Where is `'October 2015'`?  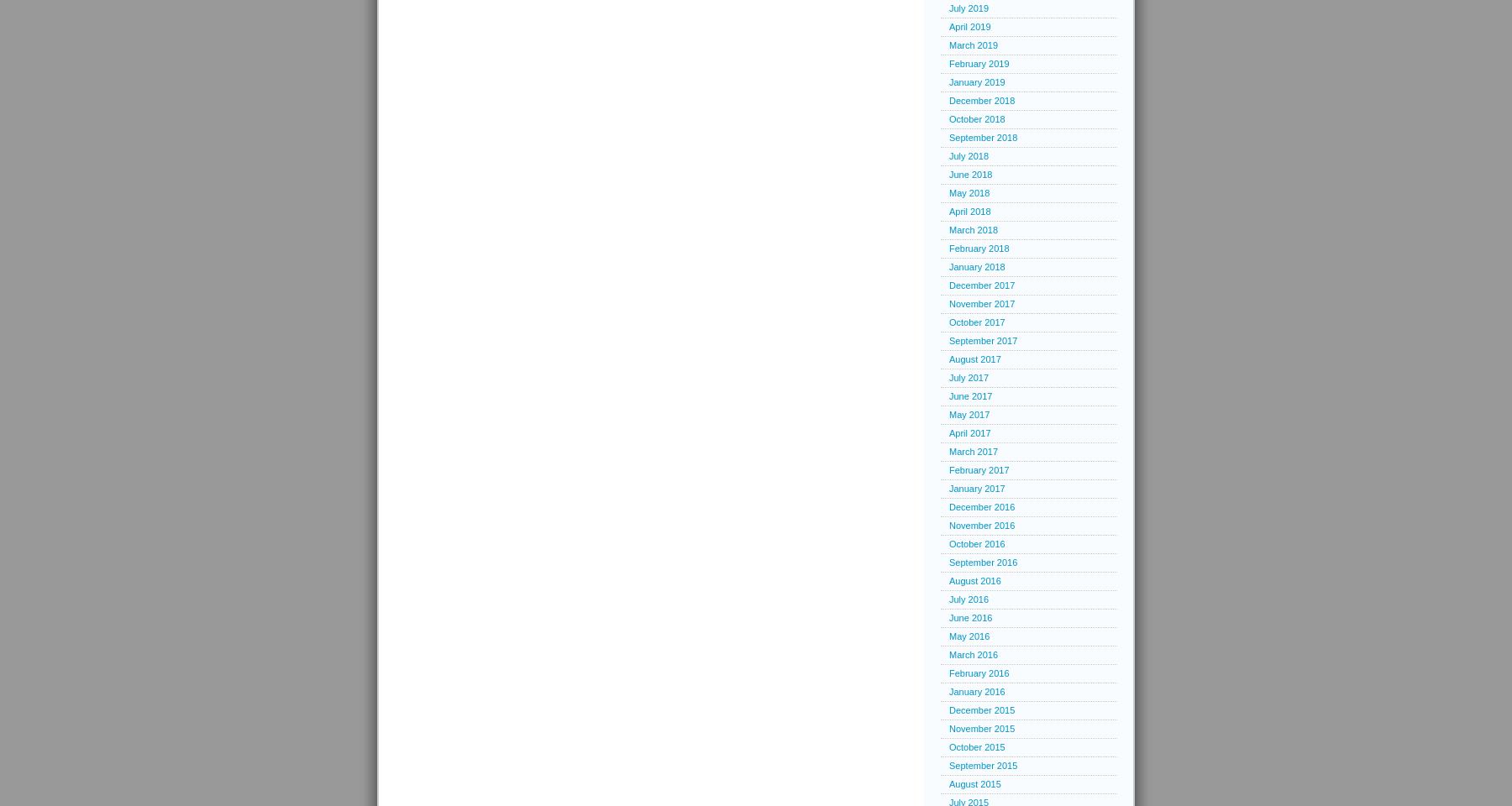
'October 2015' is located at coordinates (975, 746).